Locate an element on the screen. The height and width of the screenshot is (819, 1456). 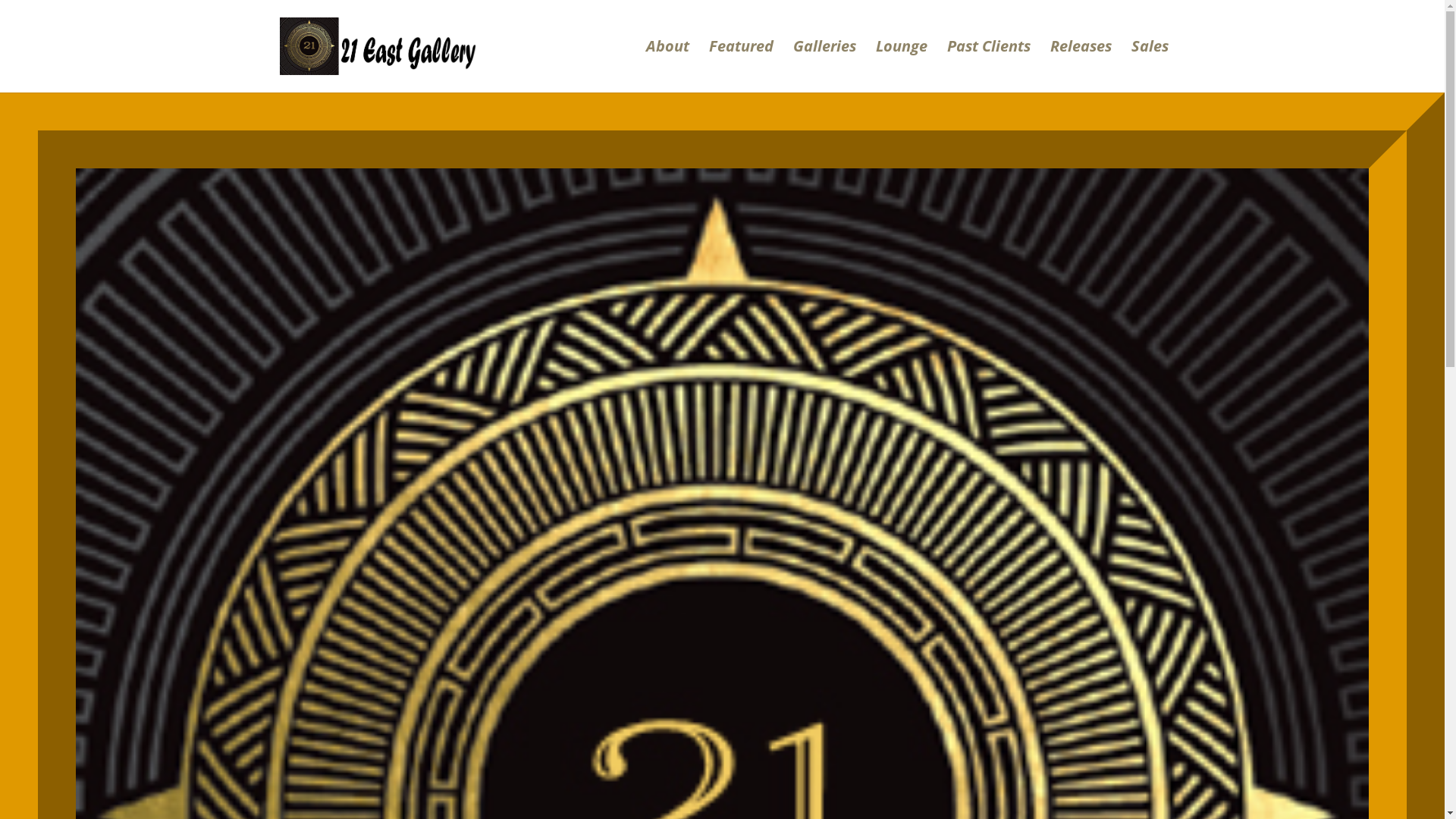
'Lounge' is located at coordinates (874, 66).